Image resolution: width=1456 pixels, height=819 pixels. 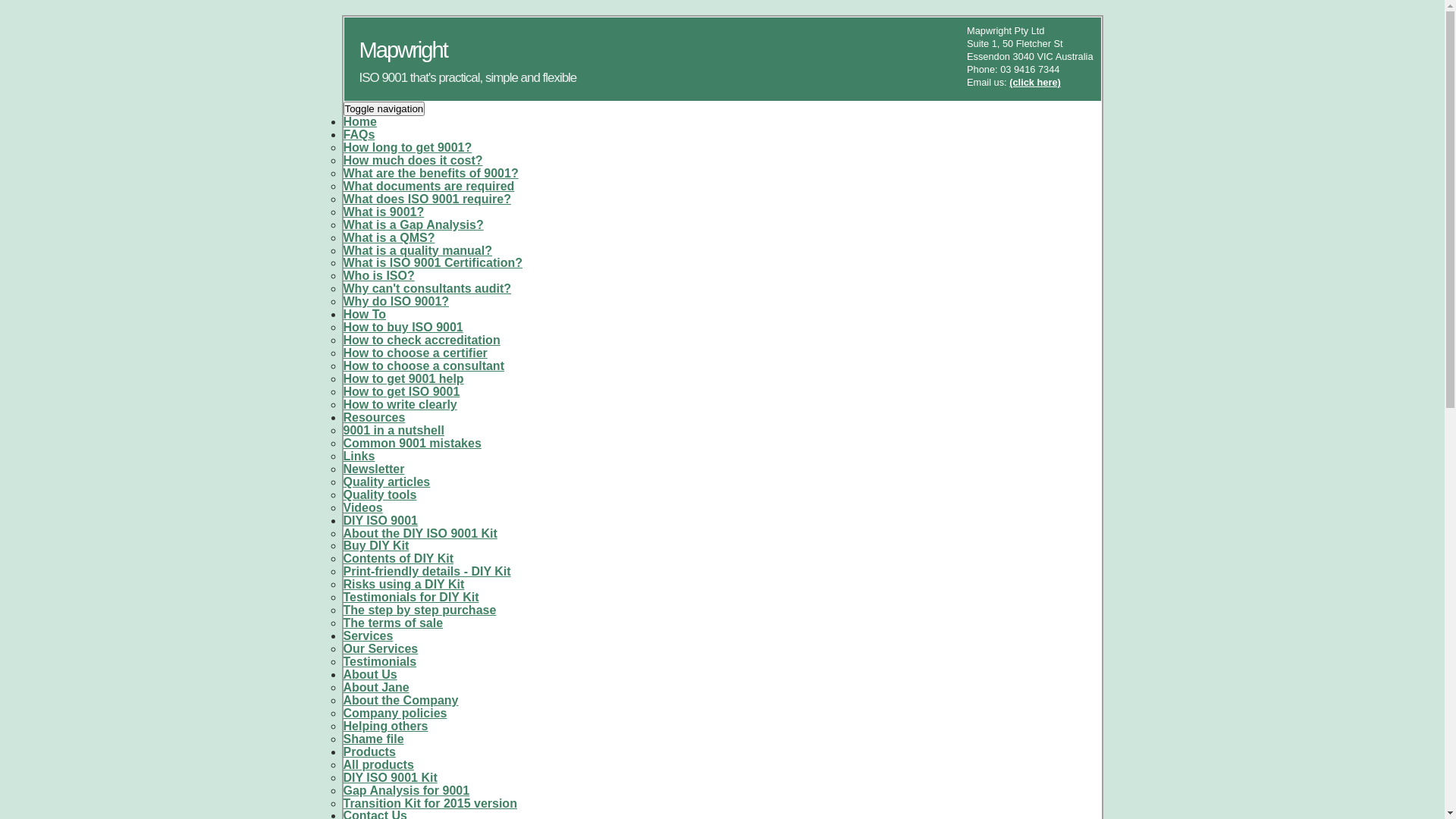 What do you see at coordinates (428, 185) in the screenshot?
I see `'What documents are required'` at bounding box center [428, 185].